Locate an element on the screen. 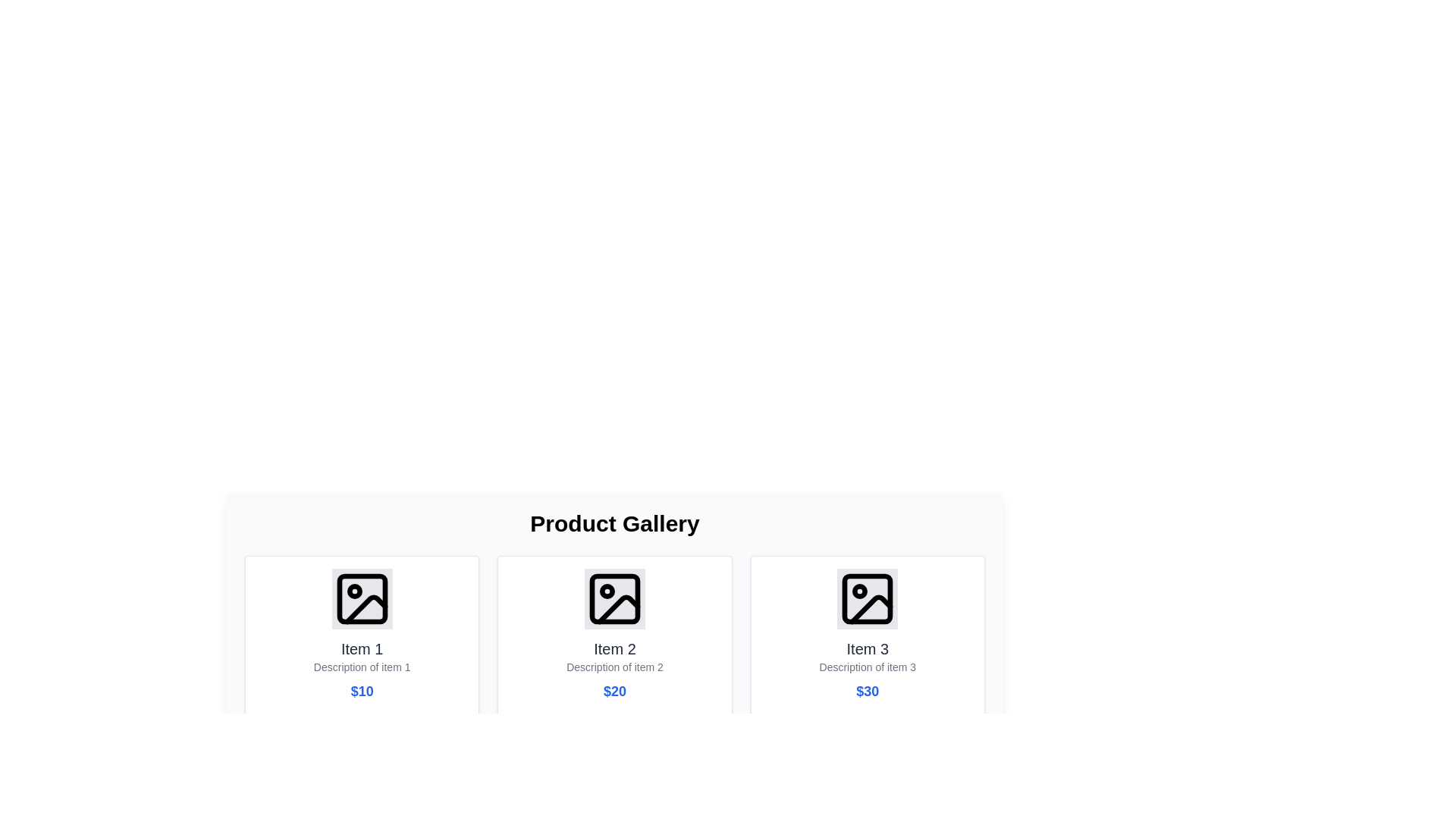 The image size is (1456, 819). text label displaying 'Item 1', which is a medium-sized, dark gray font positioned below the image icon in the first product card is located at coordinates (361, 648).